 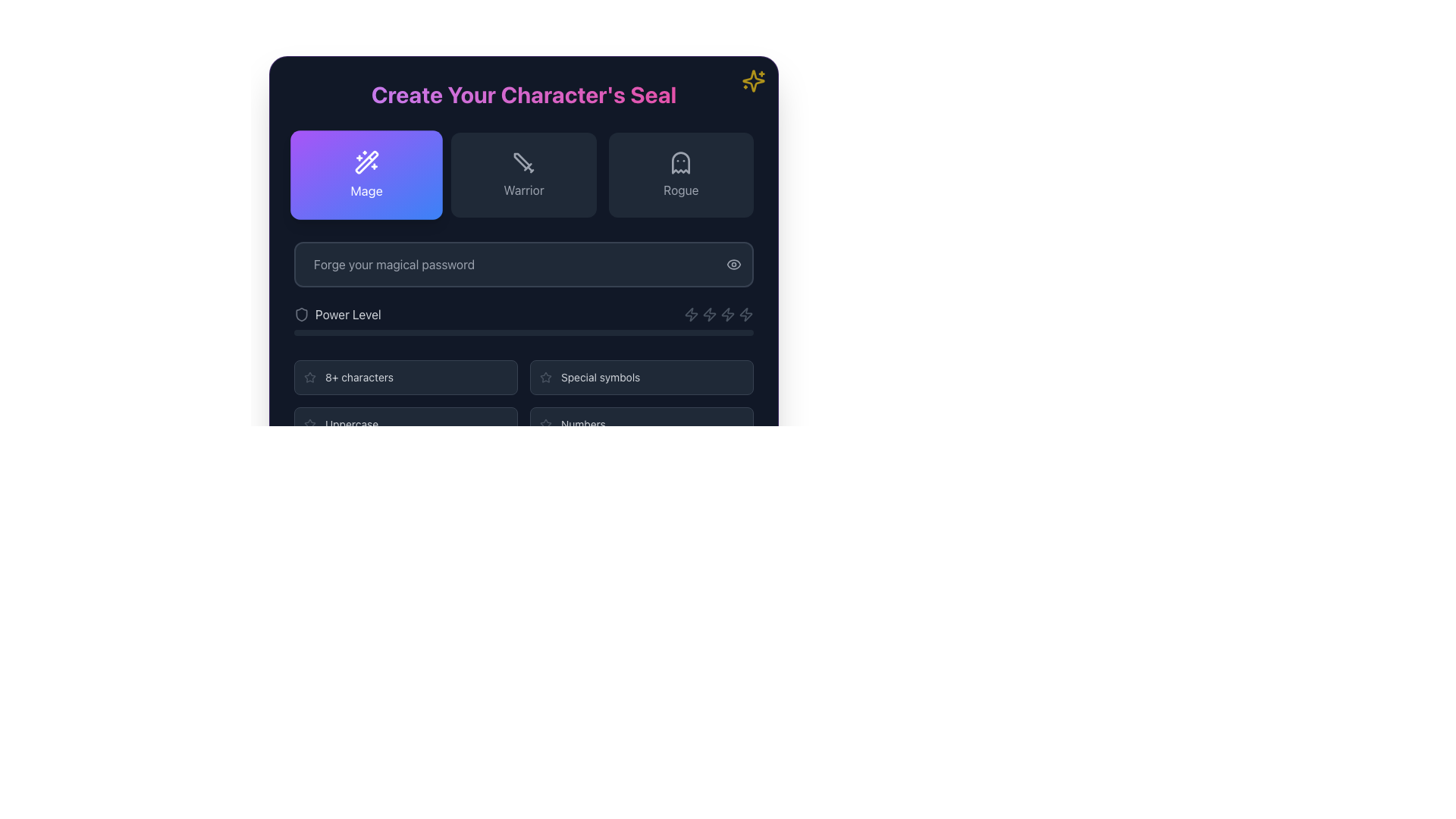 What do you see at coordinates (366, 174) in the screenshot?
I see `the 'Mage' character class selection button for keyboard interaction` at bounding box center [366, 174].